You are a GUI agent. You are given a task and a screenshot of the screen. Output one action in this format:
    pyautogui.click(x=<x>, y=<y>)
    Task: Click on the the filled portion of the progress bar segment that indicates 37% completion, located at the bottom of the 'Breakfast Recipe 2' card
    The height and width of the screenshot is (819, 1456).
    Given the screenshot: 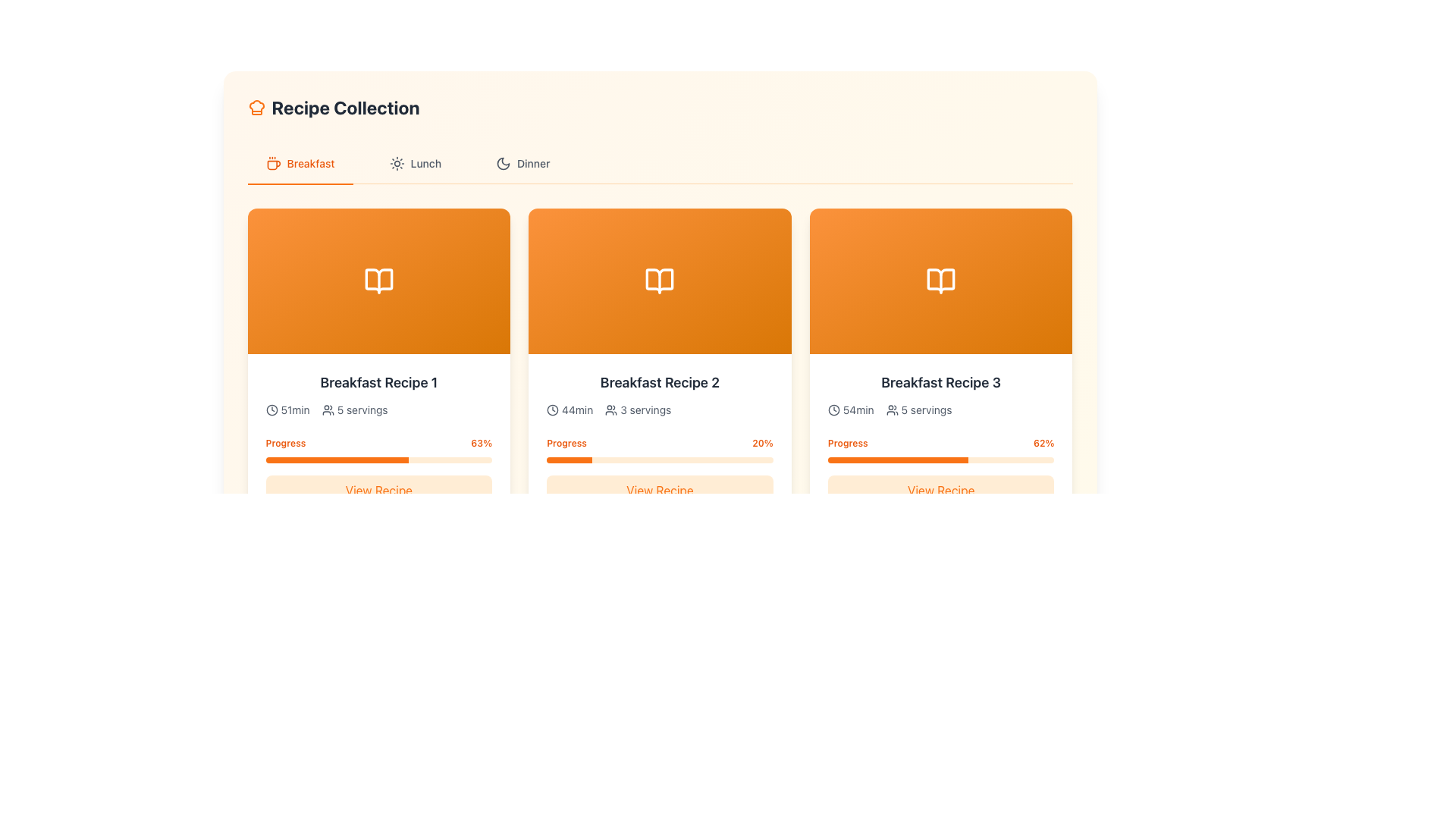 What is the action you would take?
    pyautogui.click(x=306, y=792)
    